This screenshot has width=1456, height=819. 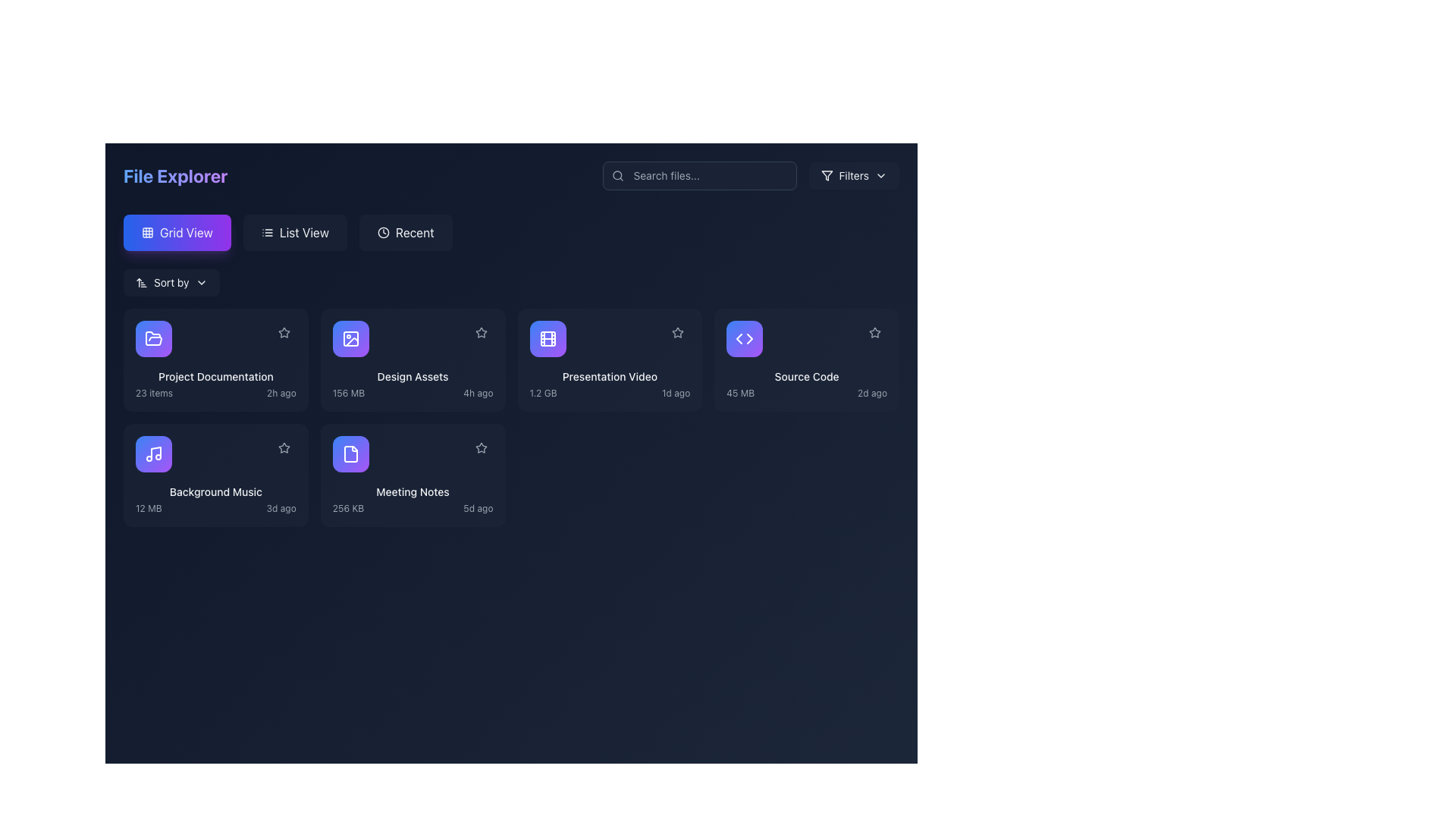 I want to click on the open folder icon with a modern design, located inside a circular button in the grid layout, positioned directly below the 'Sort by' dropdown menu, so click(x=153, y=338).